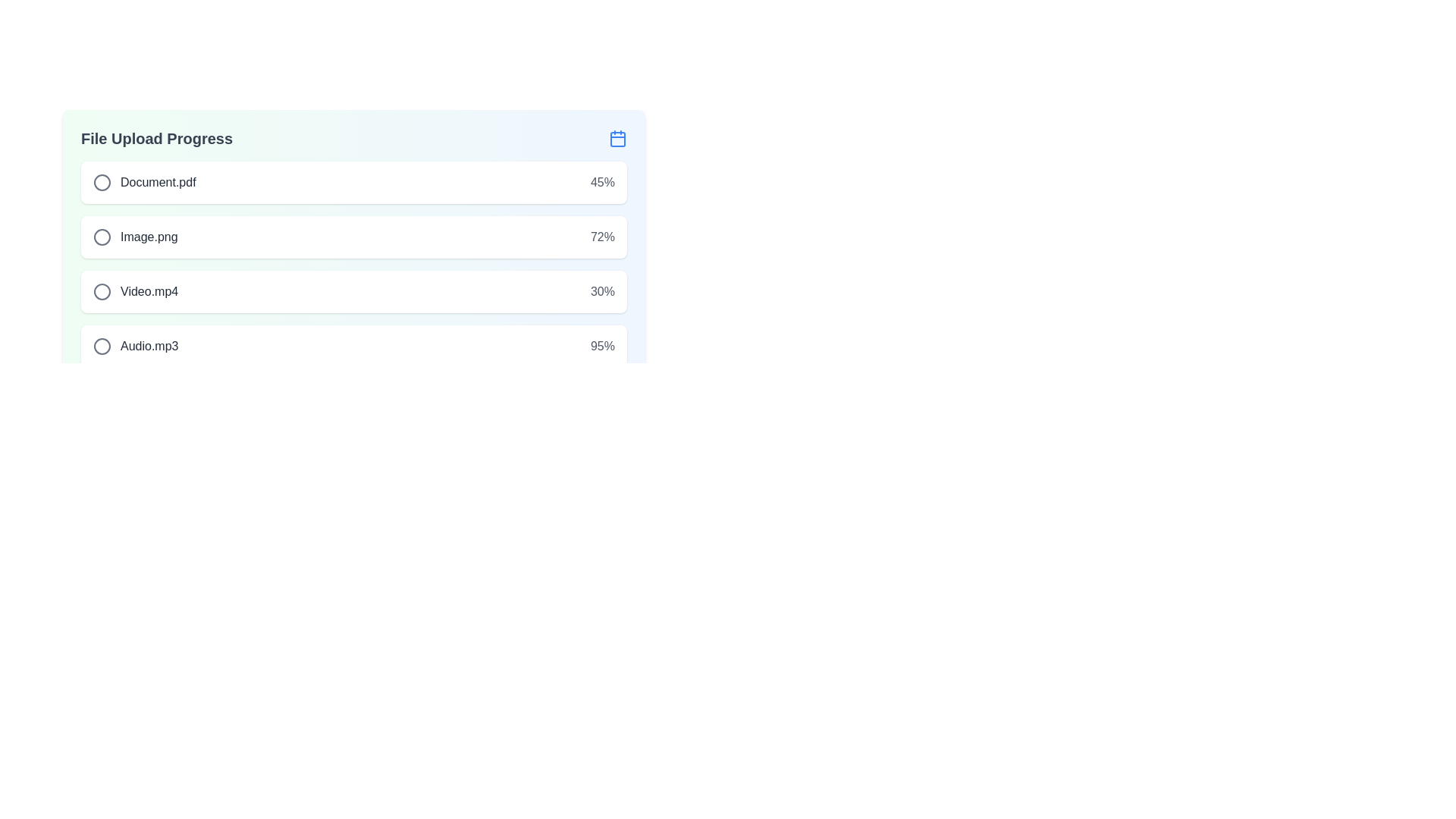 This screenshot has width=1456, height=819. I want to click on the circular icon associated with the file 'Document.pdf', so click(101, 181).